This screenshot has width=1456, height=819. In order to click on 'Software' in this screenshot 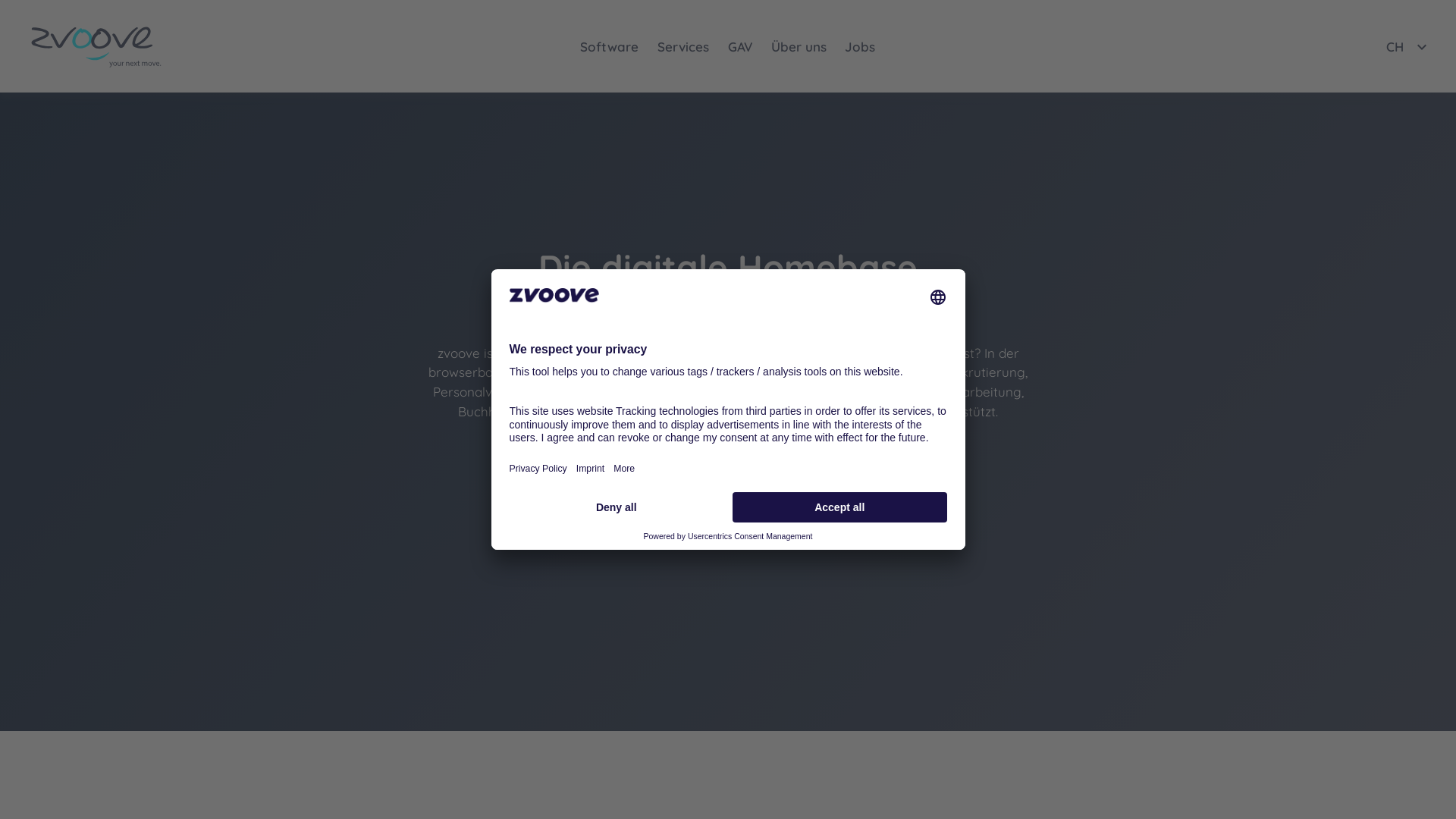, I will do `click(610, 45)`.